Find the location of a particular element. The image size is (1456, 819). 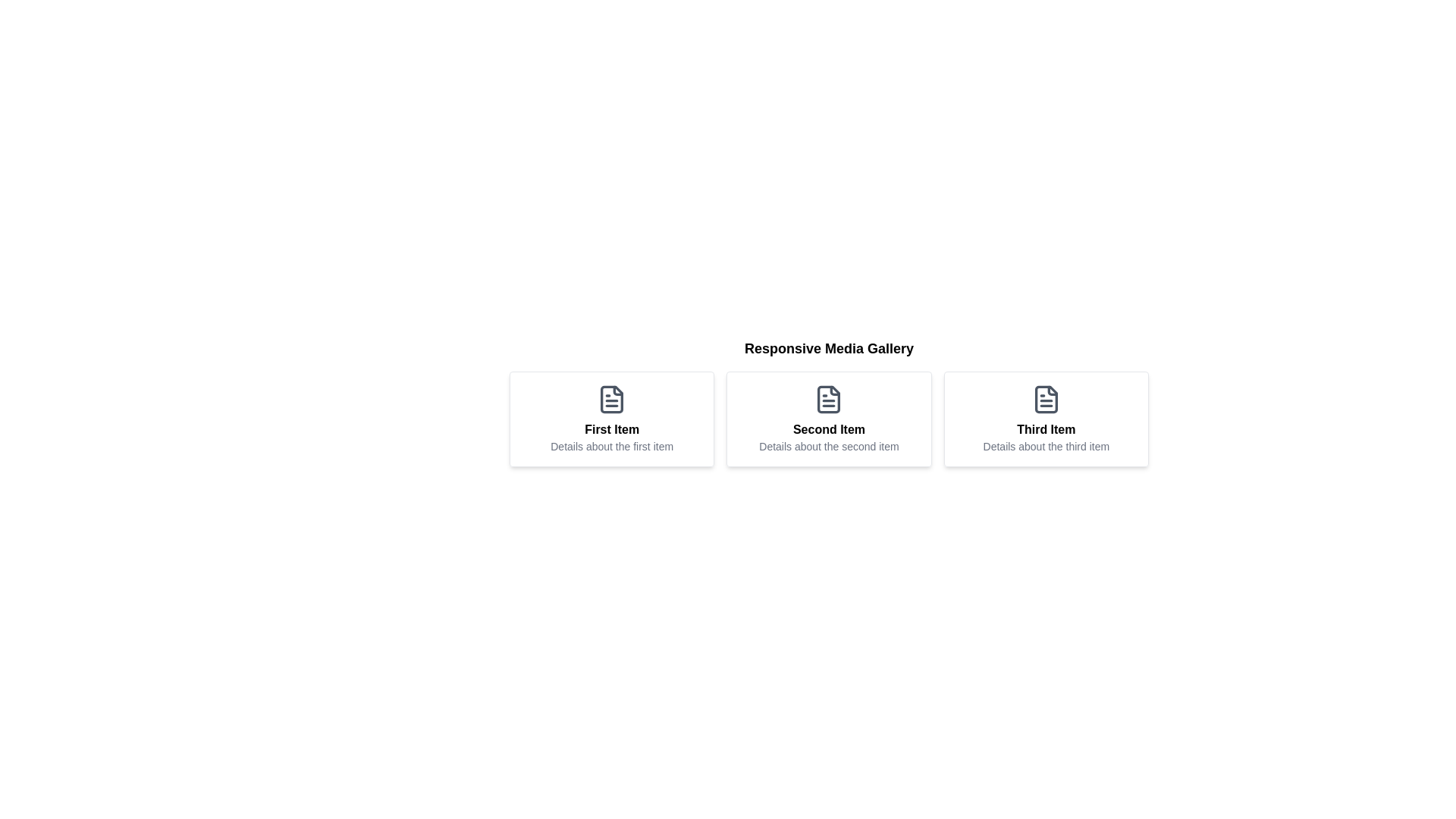

the rightmost card in the Responsive Media Gallery is located at coordinates (1045, 419).